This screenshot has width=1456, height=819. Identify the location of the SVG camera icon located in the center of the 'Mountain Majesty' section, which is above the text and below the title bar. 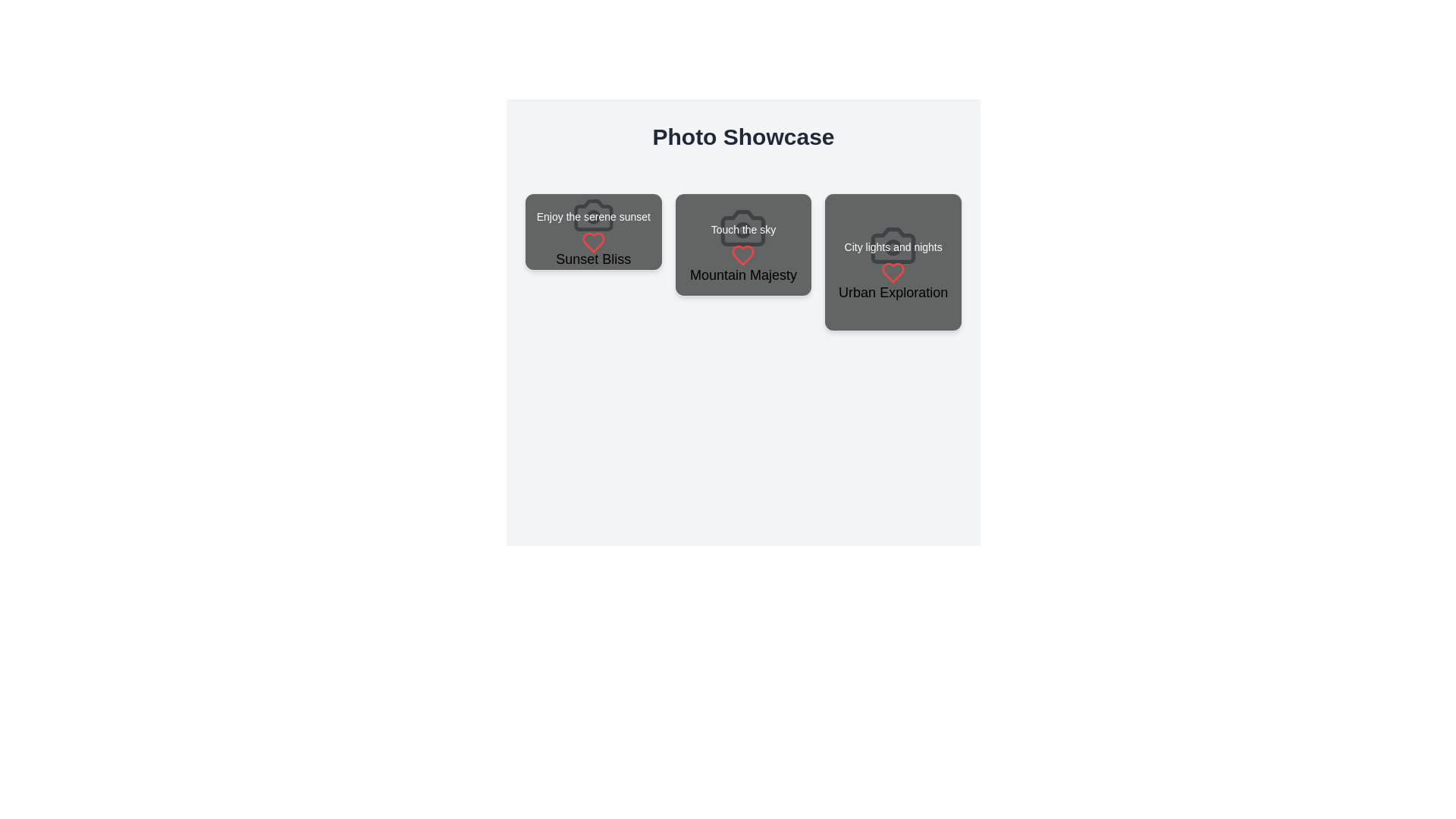
(743, 228).